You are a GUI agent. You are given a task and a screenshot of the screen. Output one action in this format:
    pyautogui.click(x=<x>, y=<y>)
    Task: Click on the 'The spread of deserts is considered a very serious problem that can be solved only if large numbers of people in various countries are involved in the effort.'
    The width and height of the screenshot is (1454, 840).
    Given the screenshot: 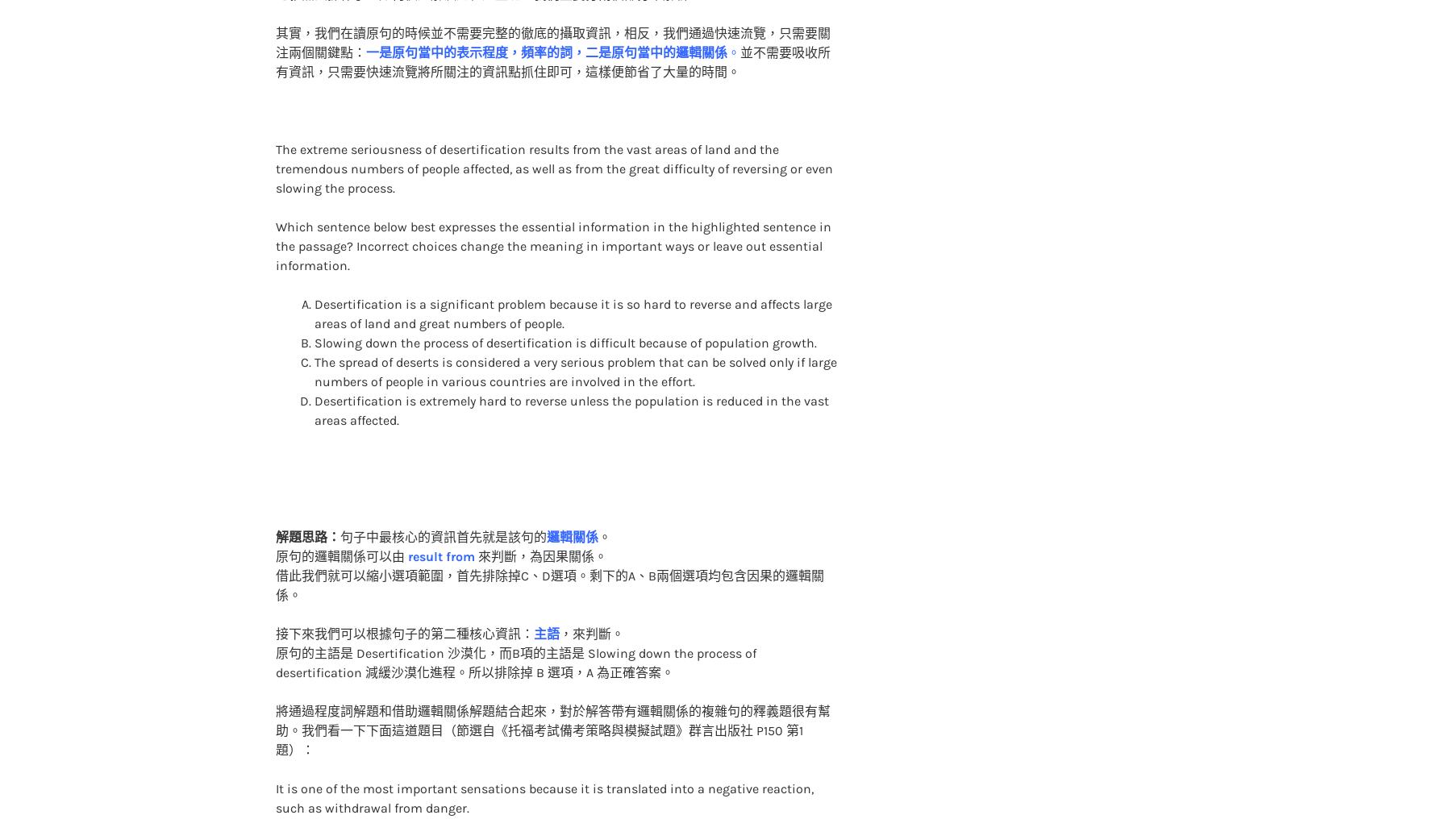 What is the action you would take?
    pyautogui.click(x=313, y=339)
    